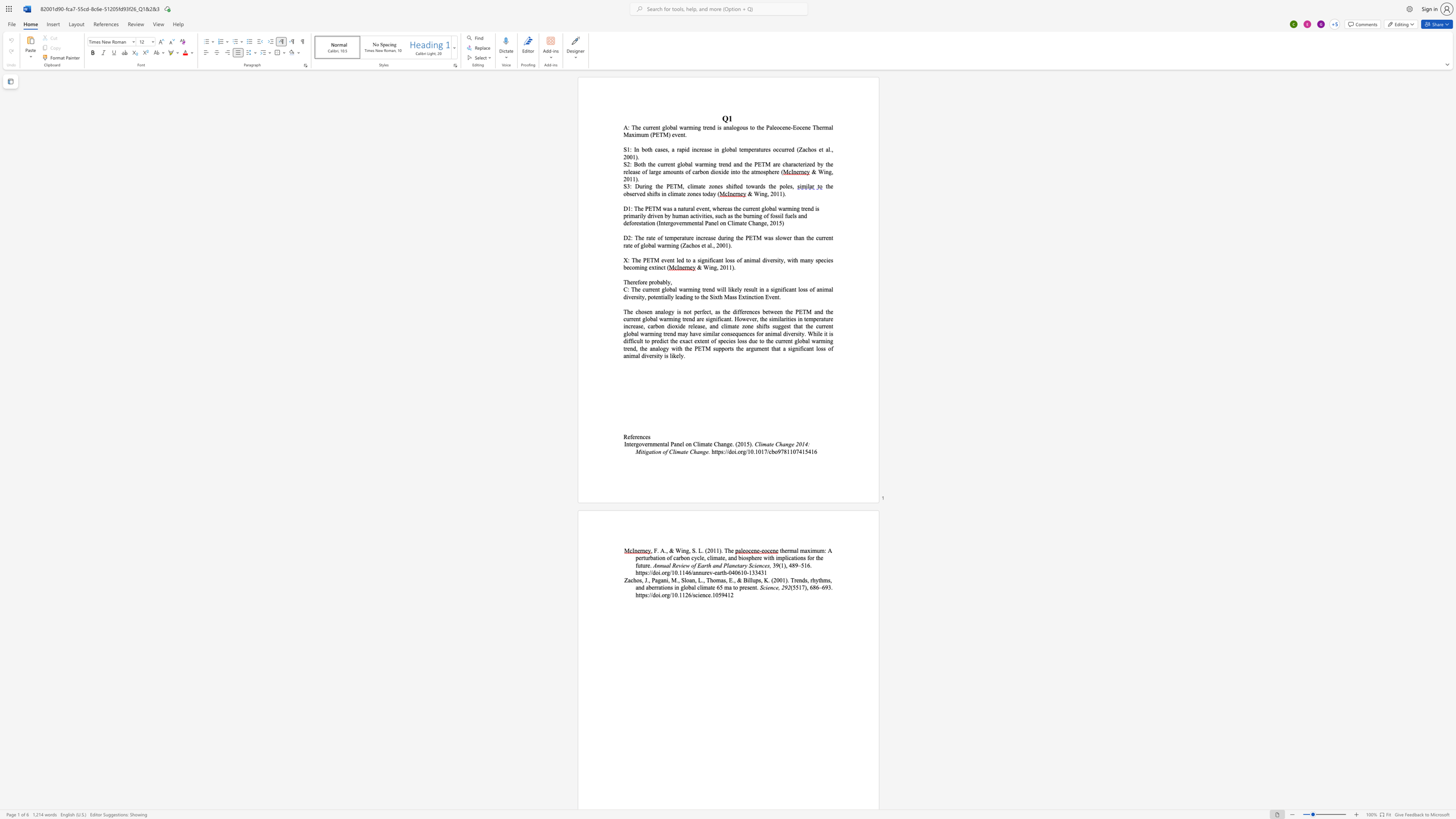 Image resolution: width=1456 pixels, height=819 pixels. Describe the element at coordinates (822, 149) in the screenshot. I see `the 4th character "t" in the text` at that location.